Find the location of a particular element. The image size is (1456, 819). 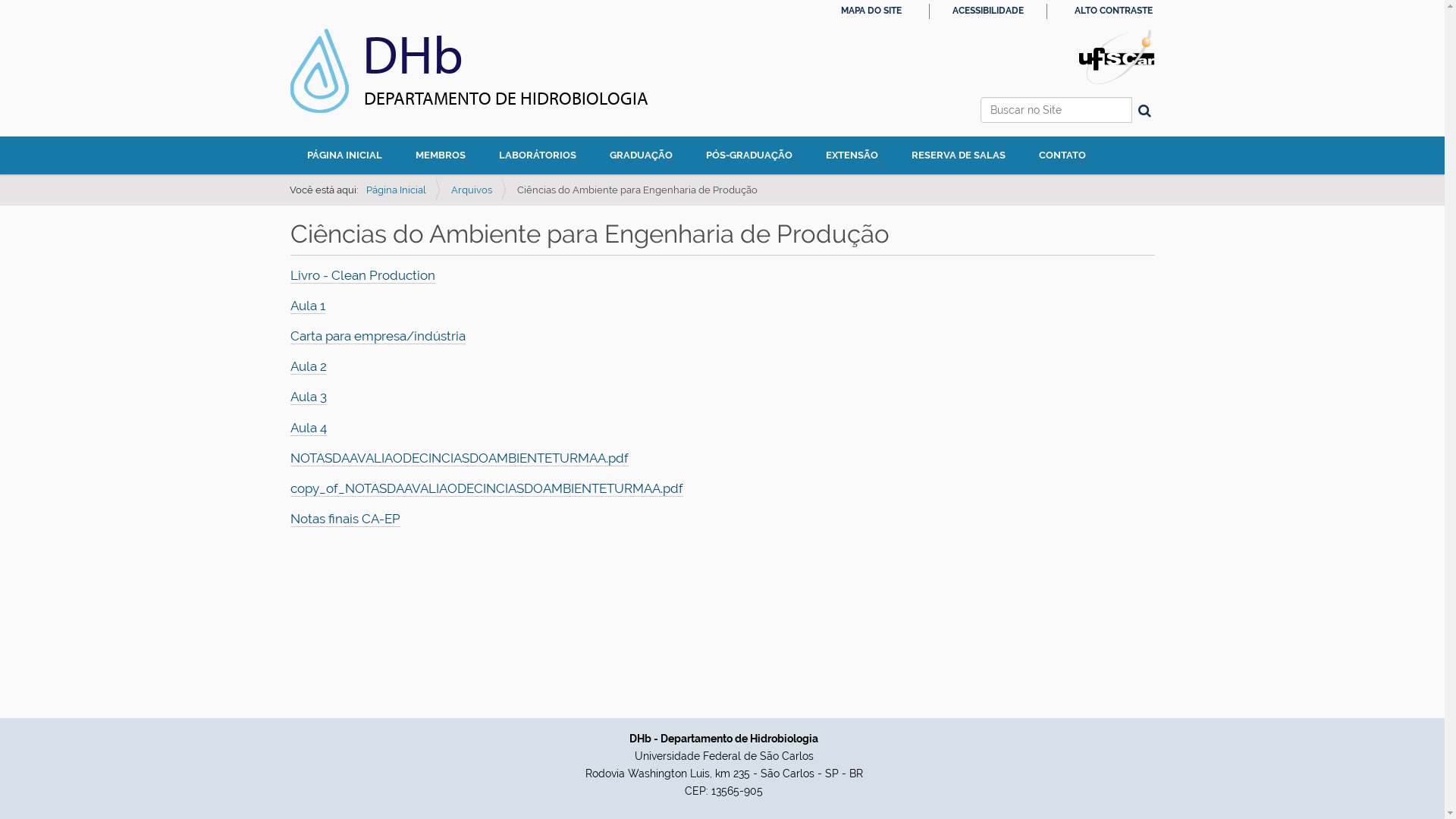

'Aula 4' is located at coordinates (290, 428).